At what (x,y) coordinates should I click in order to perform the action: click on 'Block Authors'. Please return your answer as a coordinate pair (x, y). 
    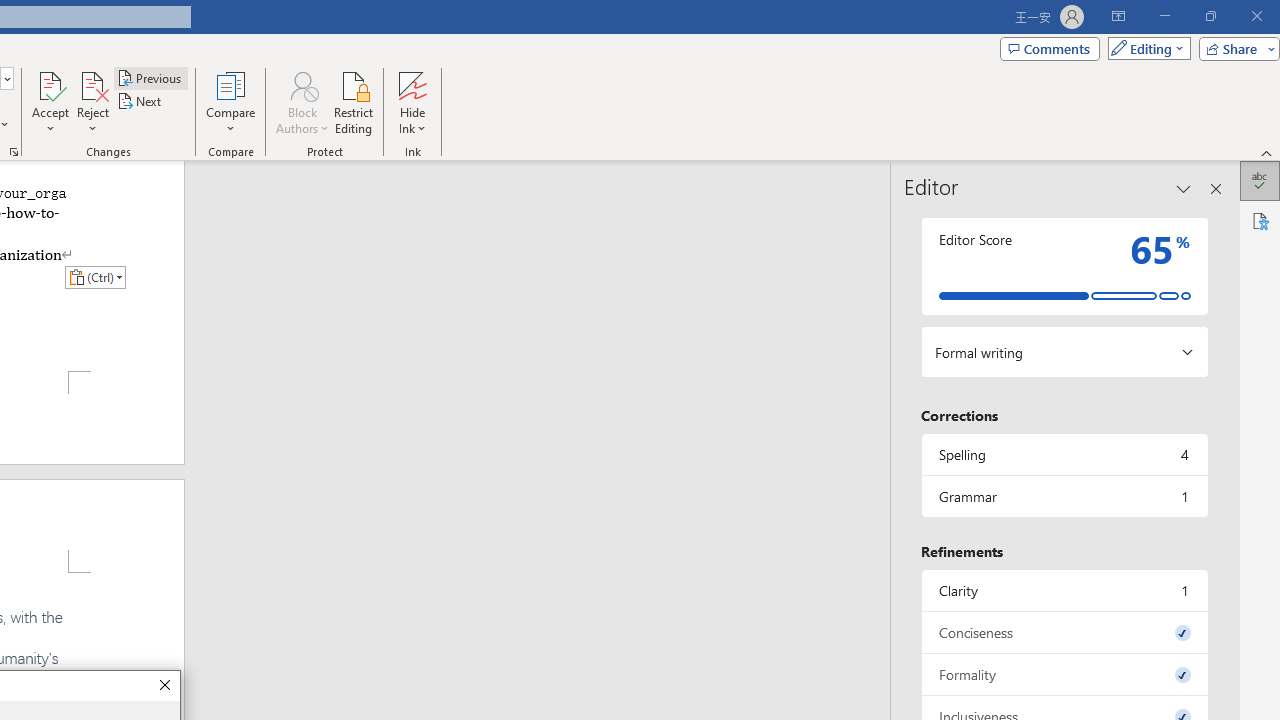
    Looking at the image, I should click on (301, 84).